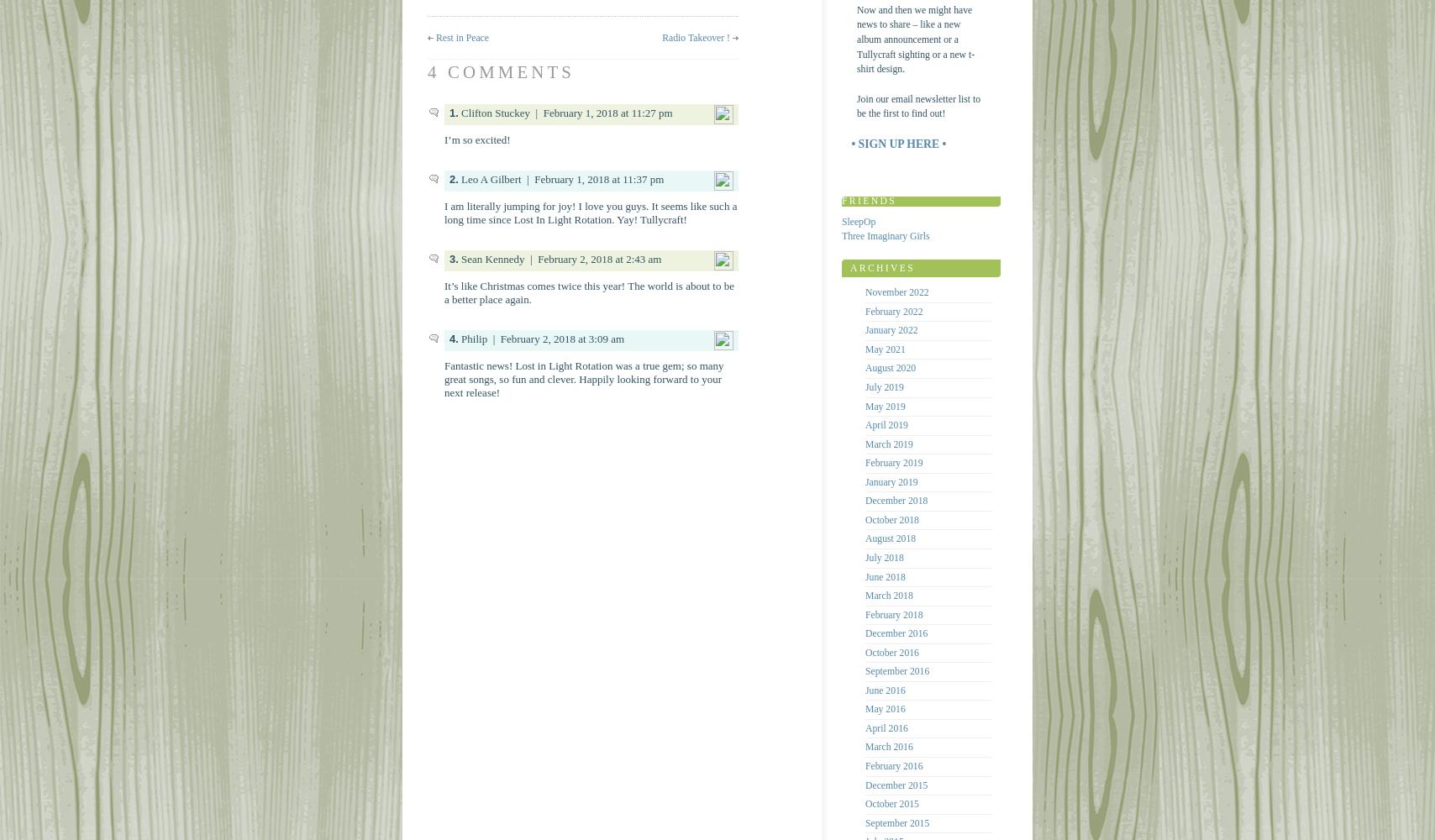 The width and height of the screenshot is (1435, 840). Describe the element at coordinates (523, 259) in the screenshot. I see `'|  February 2, 2018 at 2:43 am'` at that location.